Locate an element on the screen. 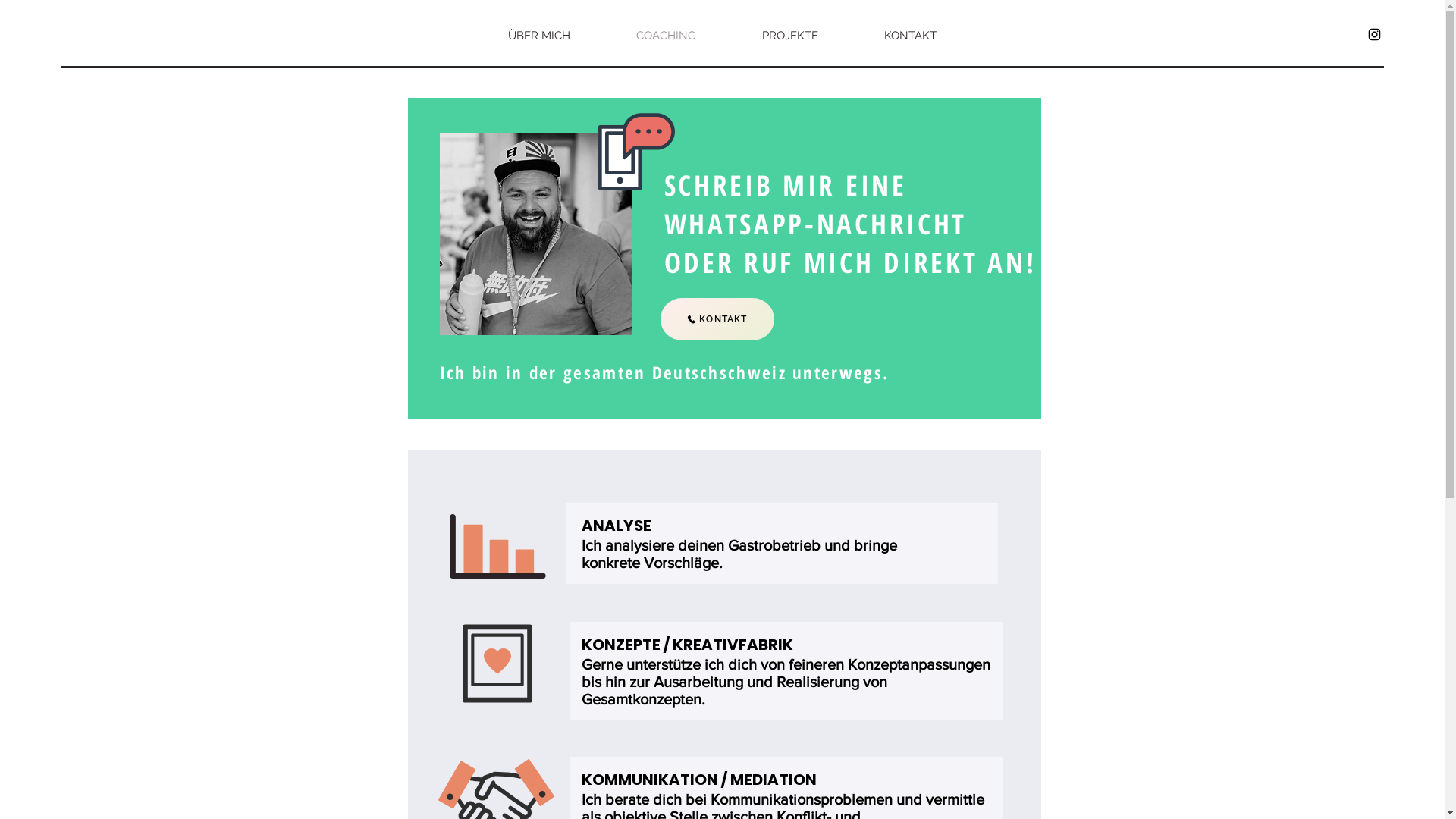 The height and width of the screenshot is (819, 1456). 'KONTAKT' is located at coordinates (716, 318).